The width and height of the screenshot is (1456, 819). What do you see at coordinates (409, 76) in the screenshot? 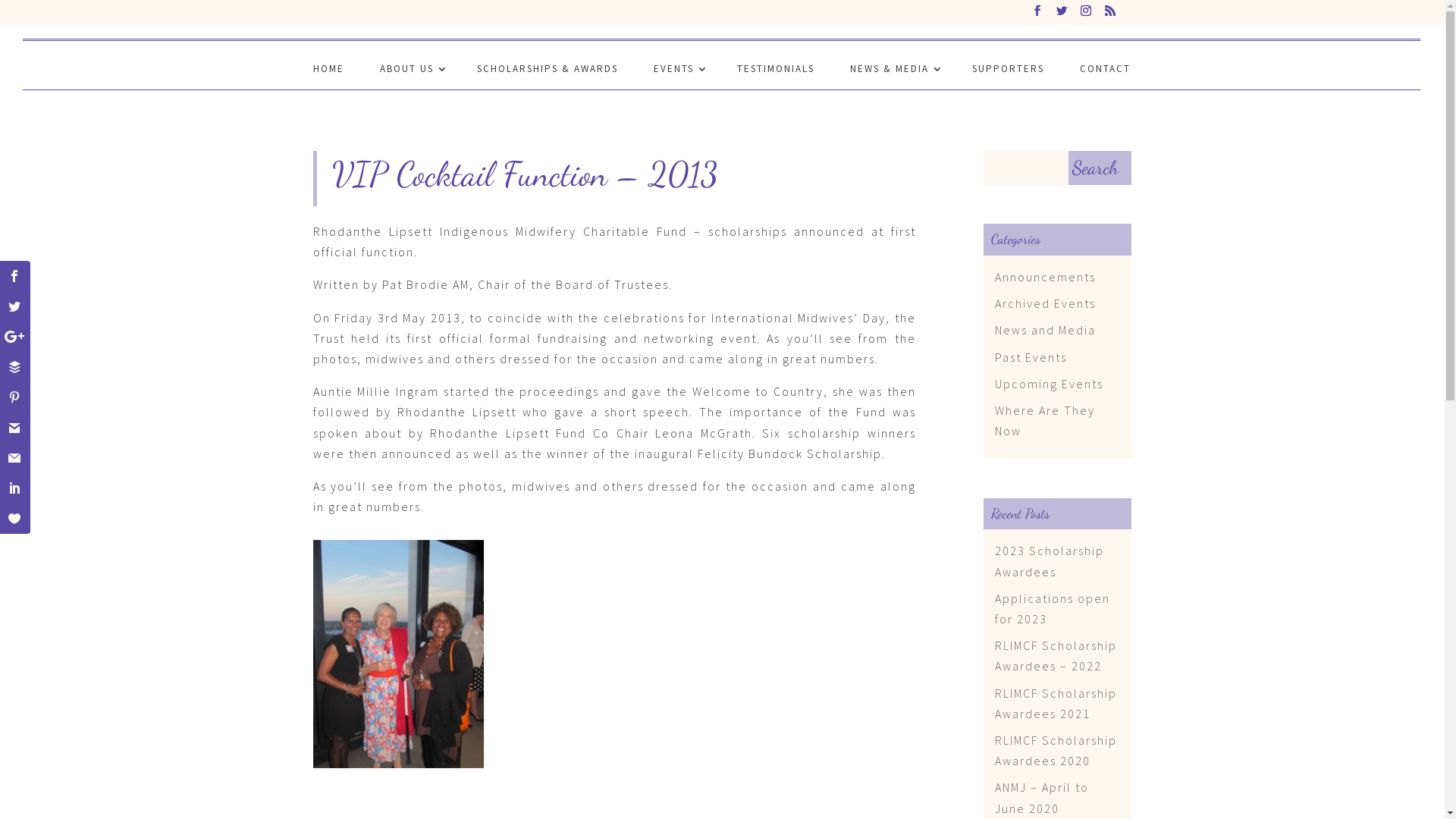
I see `'ABOUT US'` at bounding box center [409, 76].